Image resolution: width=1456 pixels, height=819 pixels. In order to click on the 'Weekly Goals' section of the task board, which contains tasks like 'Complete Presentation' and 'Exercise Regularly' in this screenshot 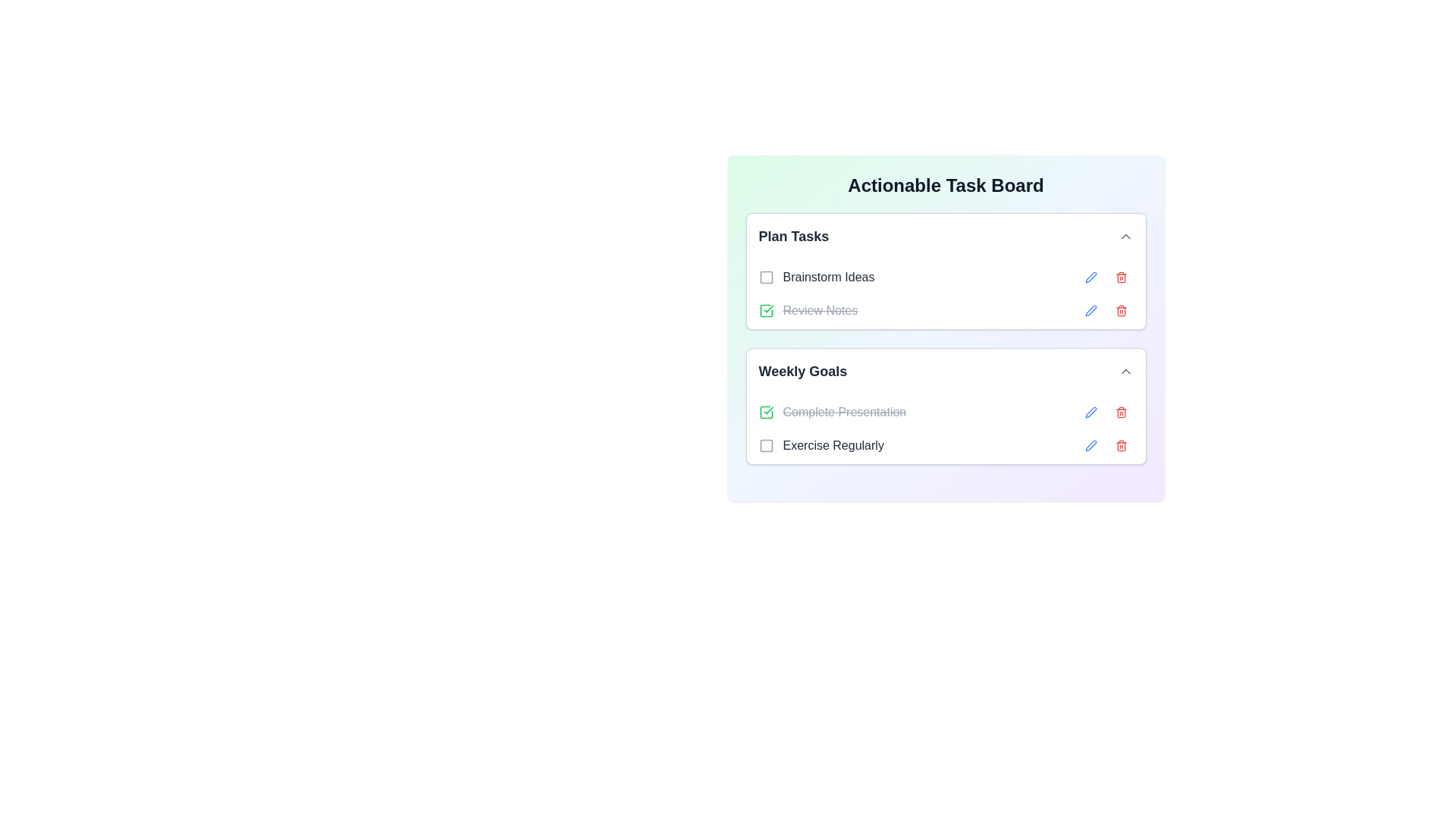, I will do `click(945, 429)`.